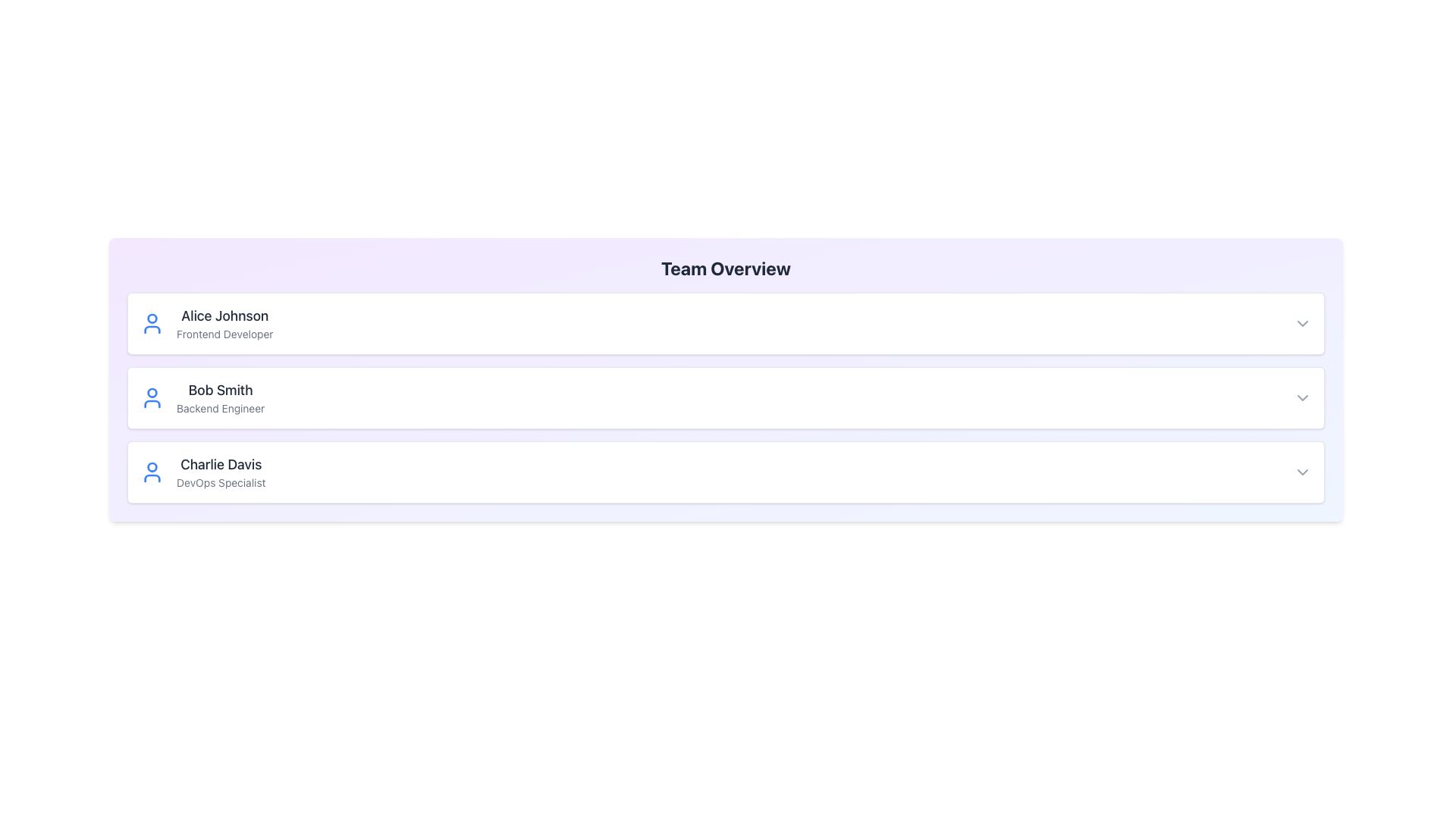  I want to click on the circular graphical element representing the head of the user avatar icon for 'Alice Johnson', so click(152, 318).